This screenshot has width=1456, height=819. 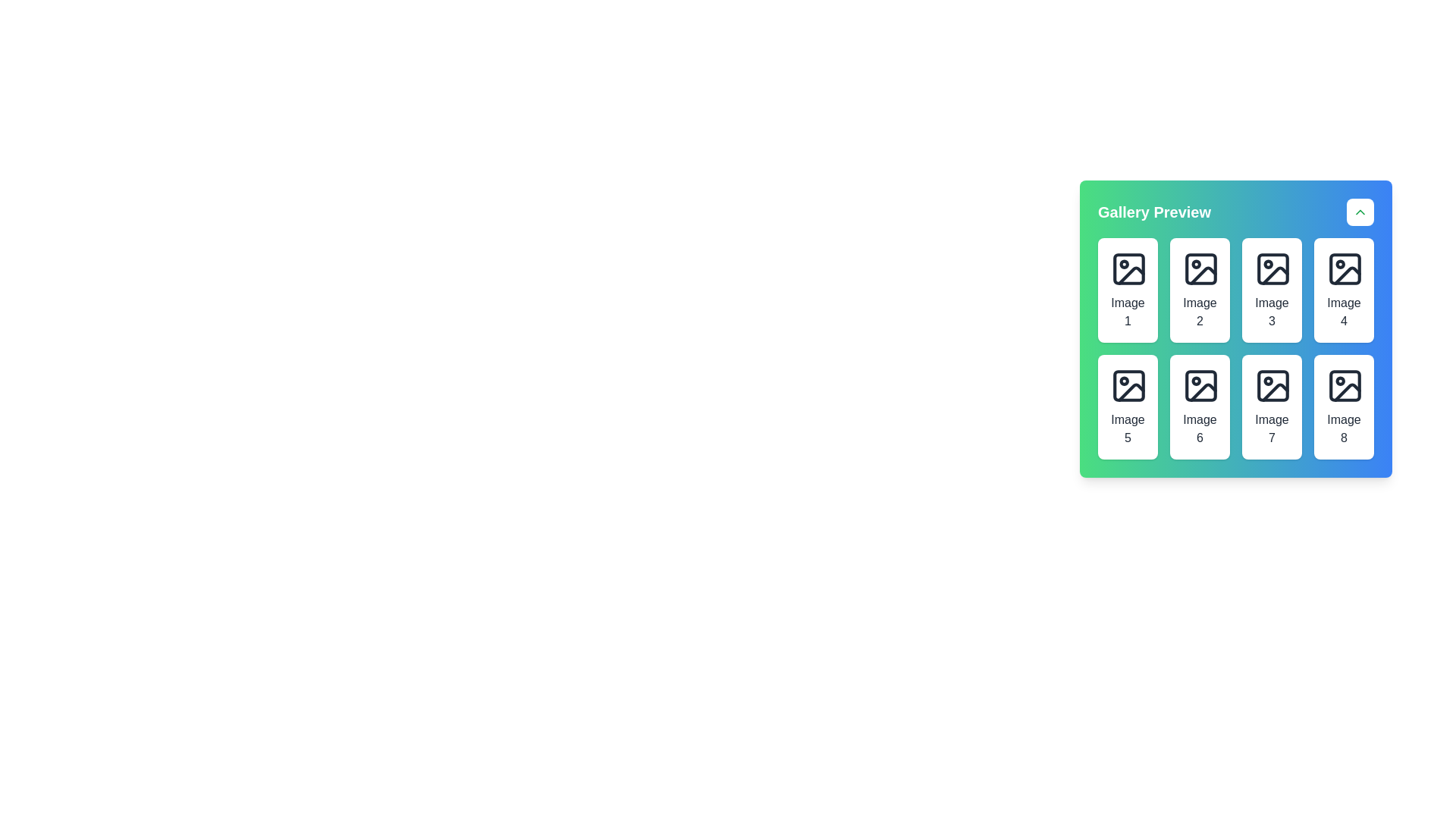 I want to click on the text label reading 'Image 5', which is located in the bottom center of a card in a 2x4 grid layout, positioned below an image icon, so click(x=1128, y=429).